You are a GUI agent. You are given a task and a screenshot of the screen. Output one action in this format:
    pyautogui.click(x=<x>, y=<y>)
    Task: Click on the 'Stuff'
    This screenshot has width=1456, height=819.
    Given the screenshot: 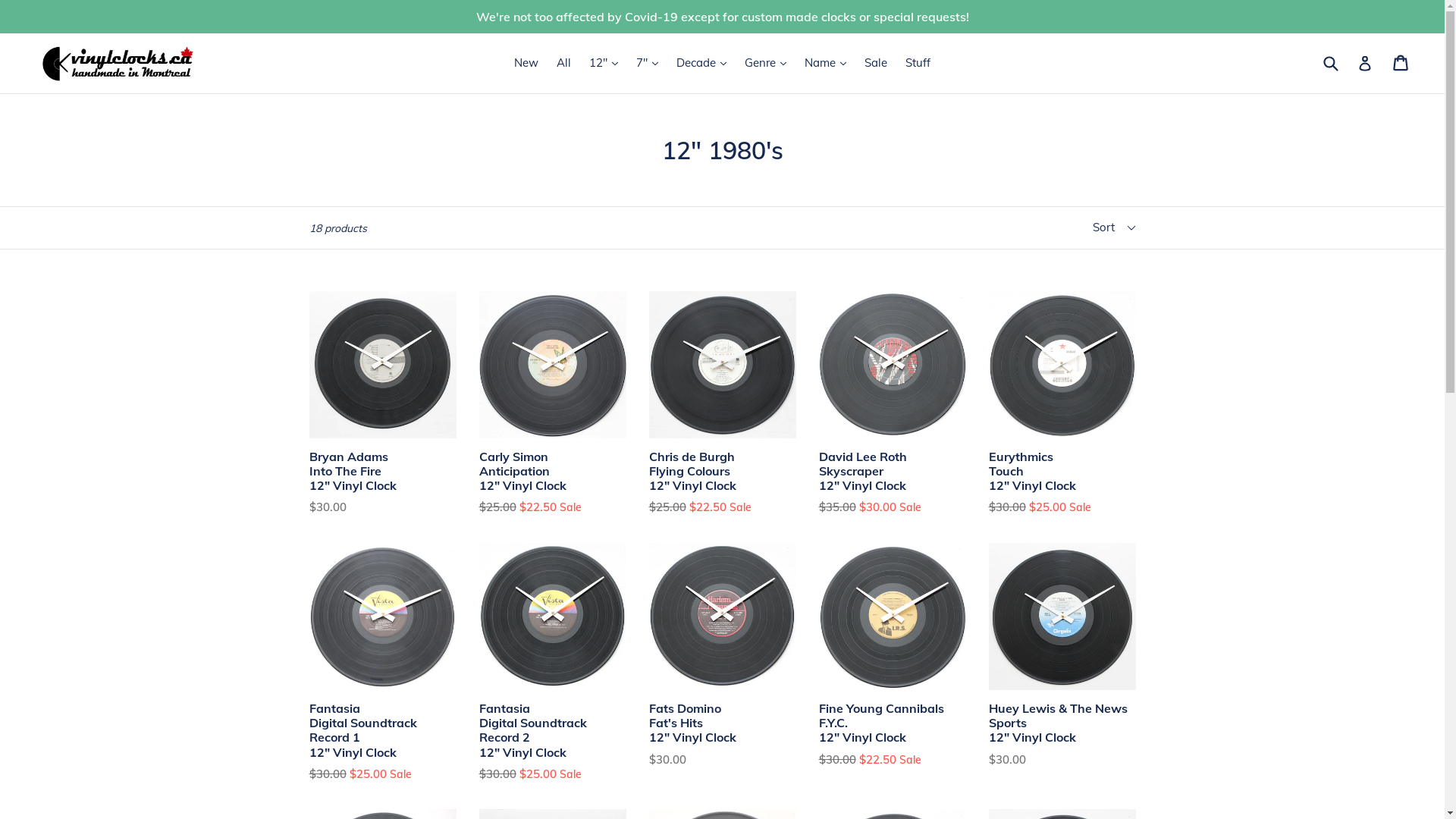 What is the action you would take?
    pyautogui.click(x=917, y=62)
    